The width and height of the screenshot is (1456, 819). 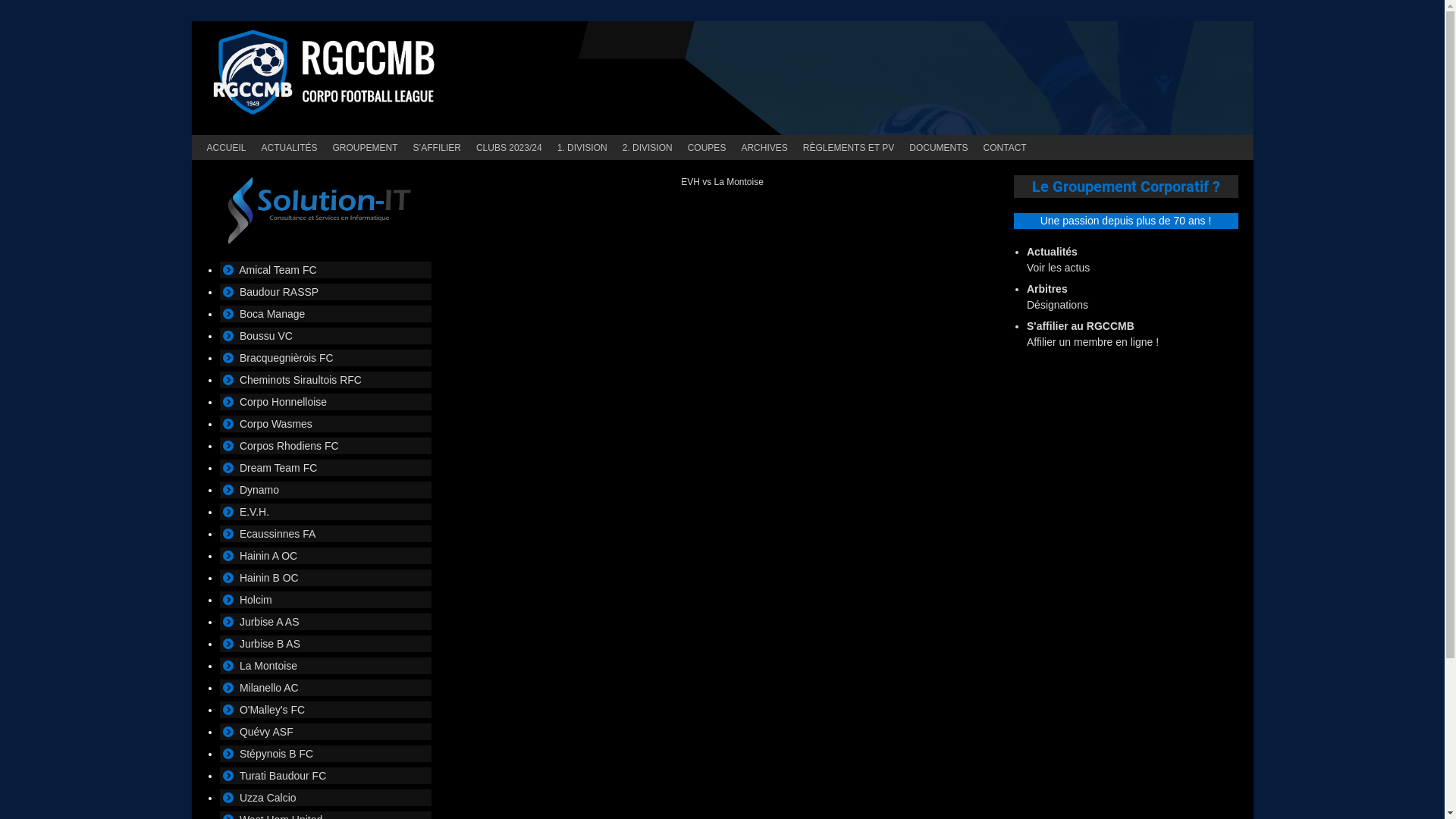 I want to click on 'Corpo Wasmes', so click(x=276, y=424).